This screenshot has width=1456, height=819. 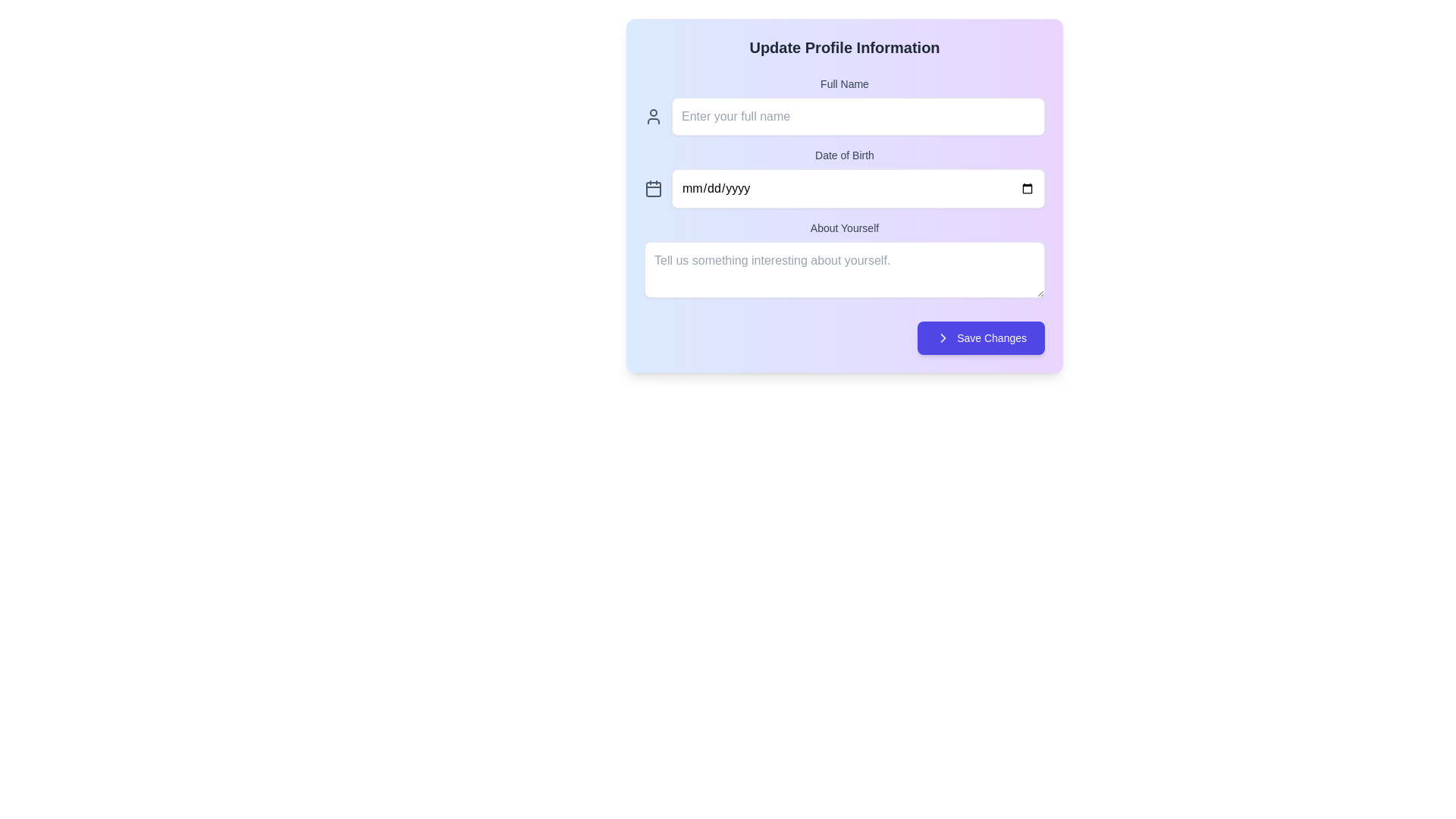 What do you see at coordinates (843, 105) in the screenshot?
I see `the 'Full Name' input field to focus and start typing` at bounding box center [843, 105].